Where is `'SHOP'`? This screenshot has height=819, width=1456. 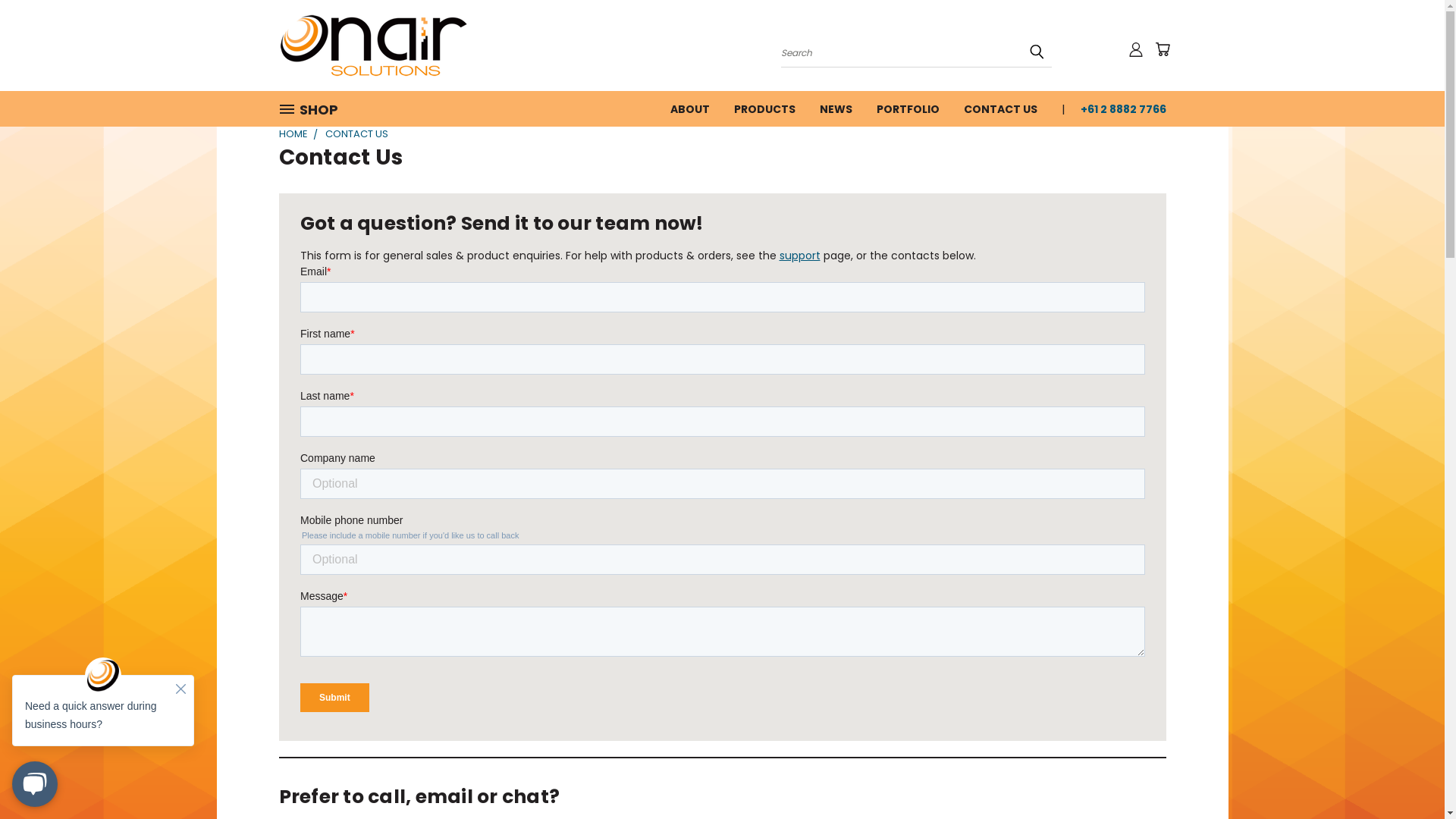
'SHOP' is located at coordinates (279, 108).